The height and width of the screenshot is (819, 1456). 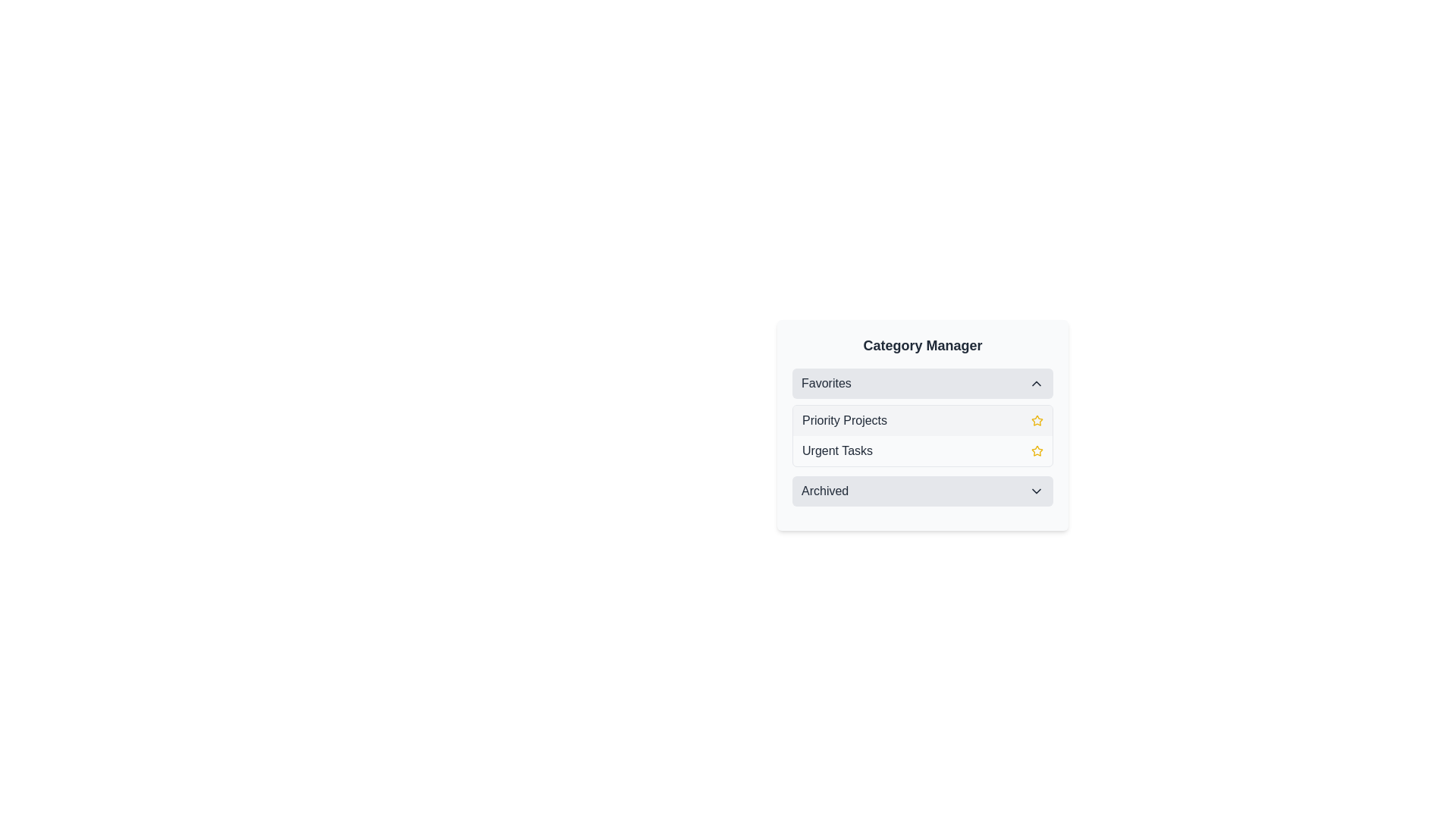 What do you see at coordinates (1037, 421) in the screenshot?
I see `the star-shaped icon filled with yellow color, located within the 'Priority Projects' category in the 'Category Manager' list` at bounding box center [1037, 421].